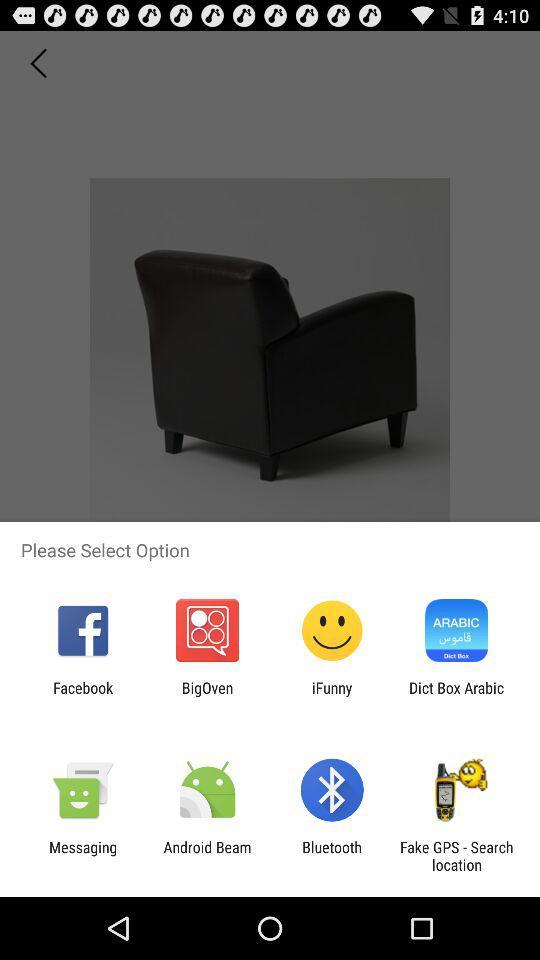  What do you see at coordinates (206, 855) in the screenshot?
I see `android beam icon` at bounding box center [206, 855].